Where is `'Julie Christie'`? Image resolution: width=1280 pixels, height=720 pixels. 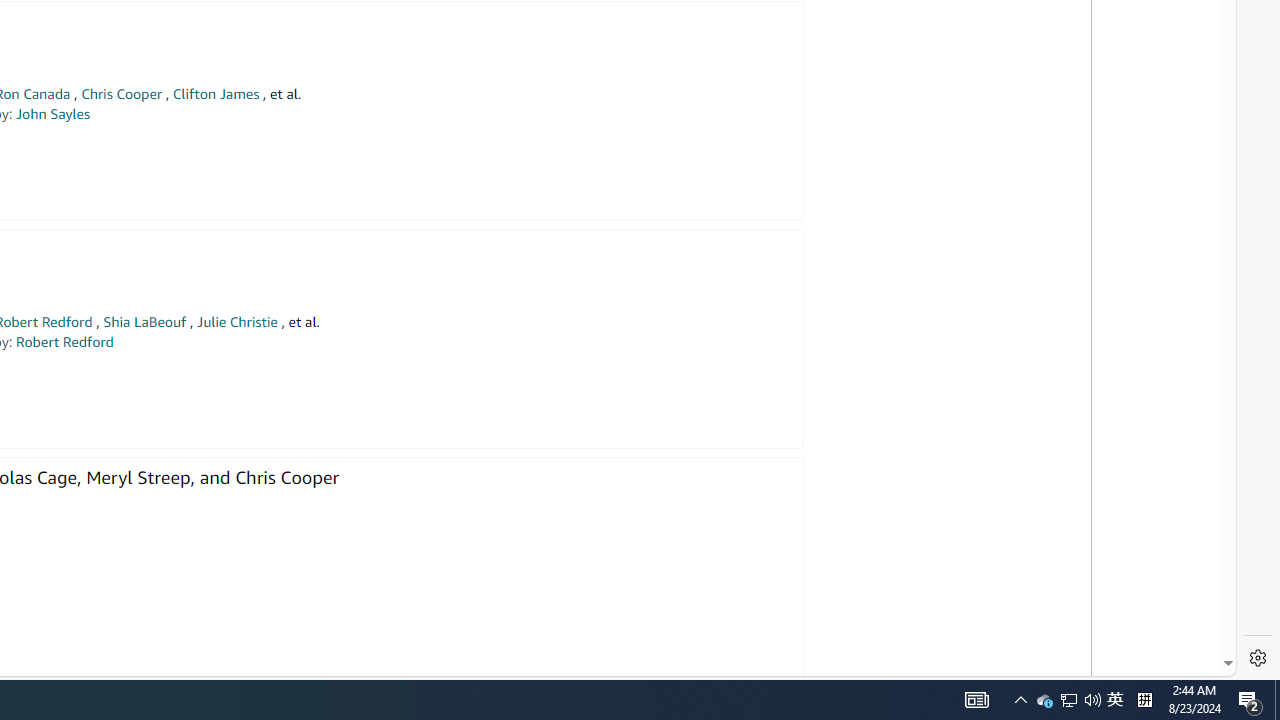
'Julie Christie' is located at coordinates (237, 321).